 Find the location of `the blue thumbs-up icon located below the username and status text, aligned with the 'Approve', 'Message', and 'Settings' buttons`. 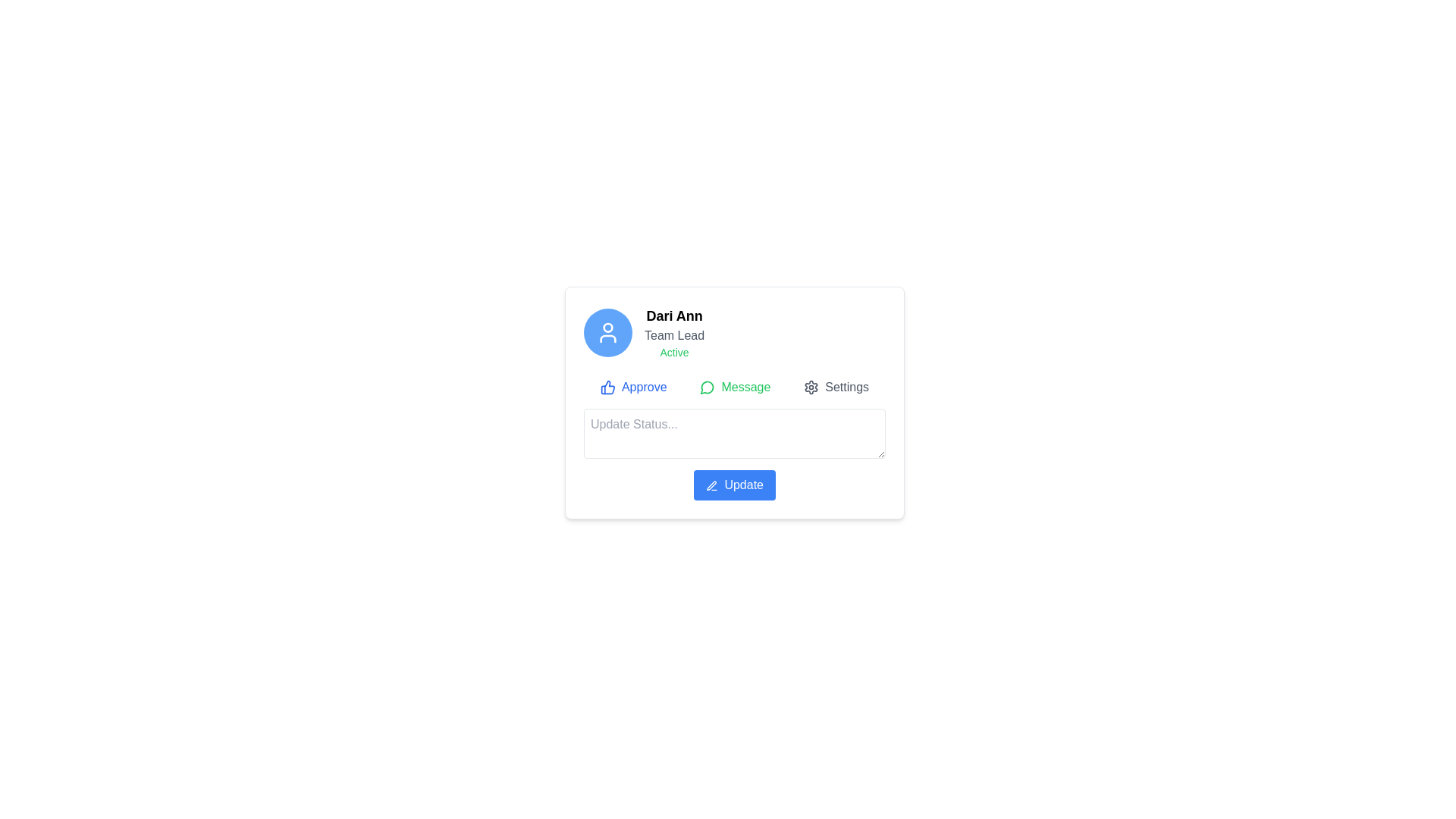

the blue thumbs-up icon located below the username and status text, aligned with the 'Approve', 'Message', and 'Settings' buttons is located at coordinates (607, 386).